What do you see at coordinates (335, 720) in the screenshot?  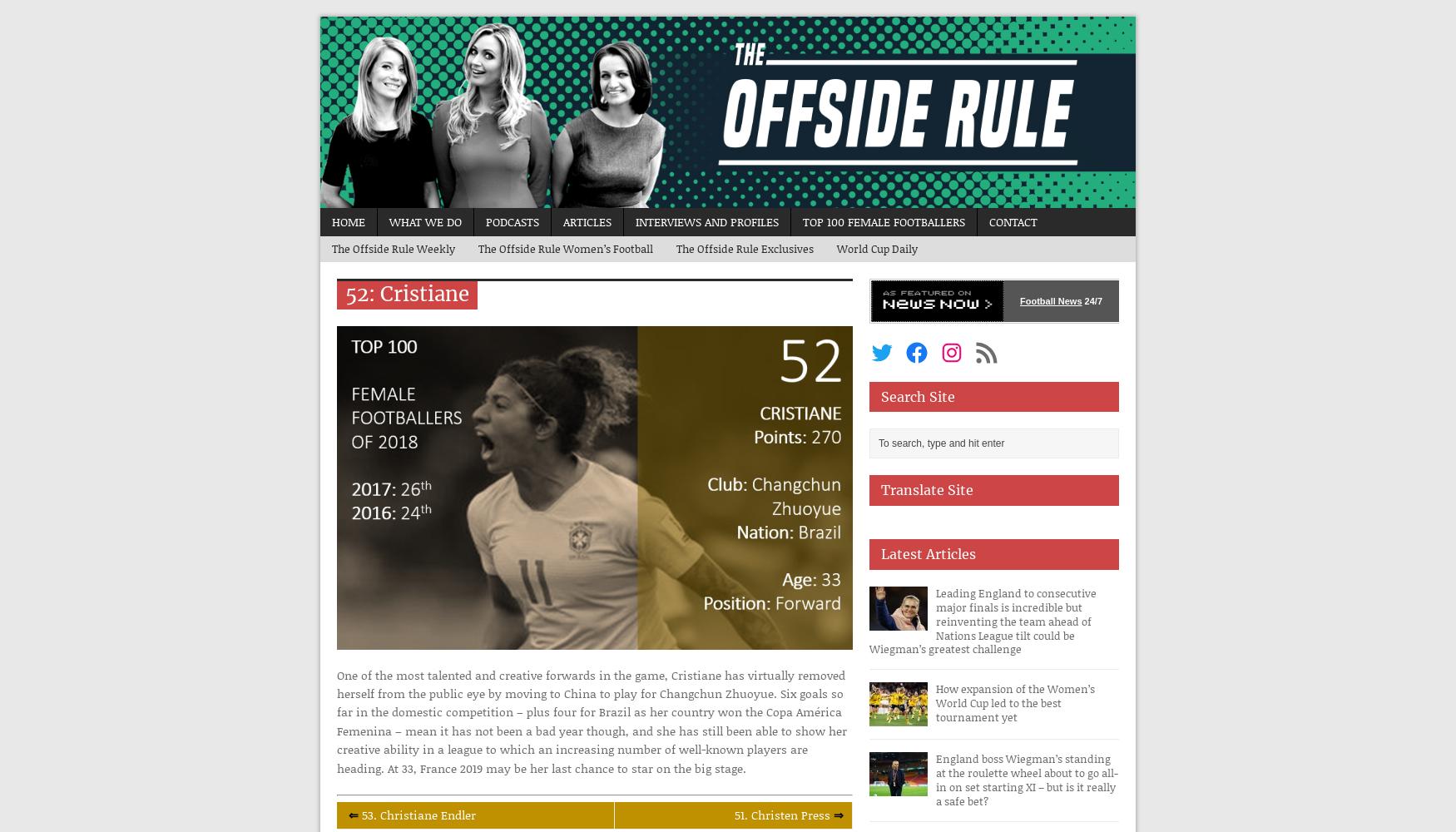 I see `'One of the most talented and creative forwards in the game, Cristiane has virtually removed herself from the public eye by moving to China to play for Changchun Zhuoyue. Six goals so far in the domestic competition – plus four for Brazil as her country won the Copa América Femenina – mean it has not been a bad year though, and she has still been able to show her creative ability in a league to which an increasing number of well-known players are heading. At 33, France 2019 may be her last chance to star on the big stage.'` at bounding box center [335, 720].